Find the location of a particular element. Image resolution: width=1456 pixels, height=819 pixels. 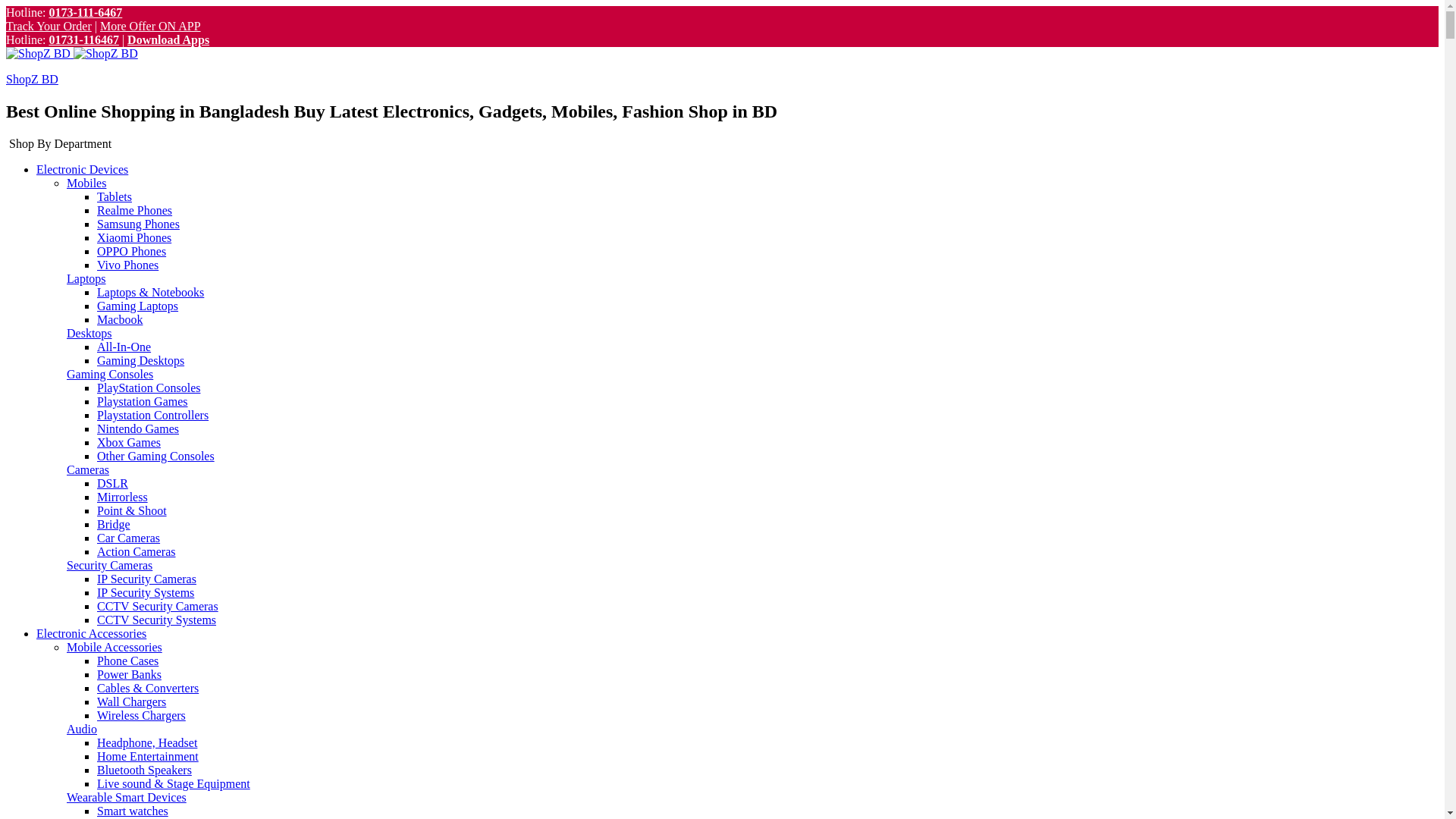

'Realme Phones' is located at coordinates (96, 210).